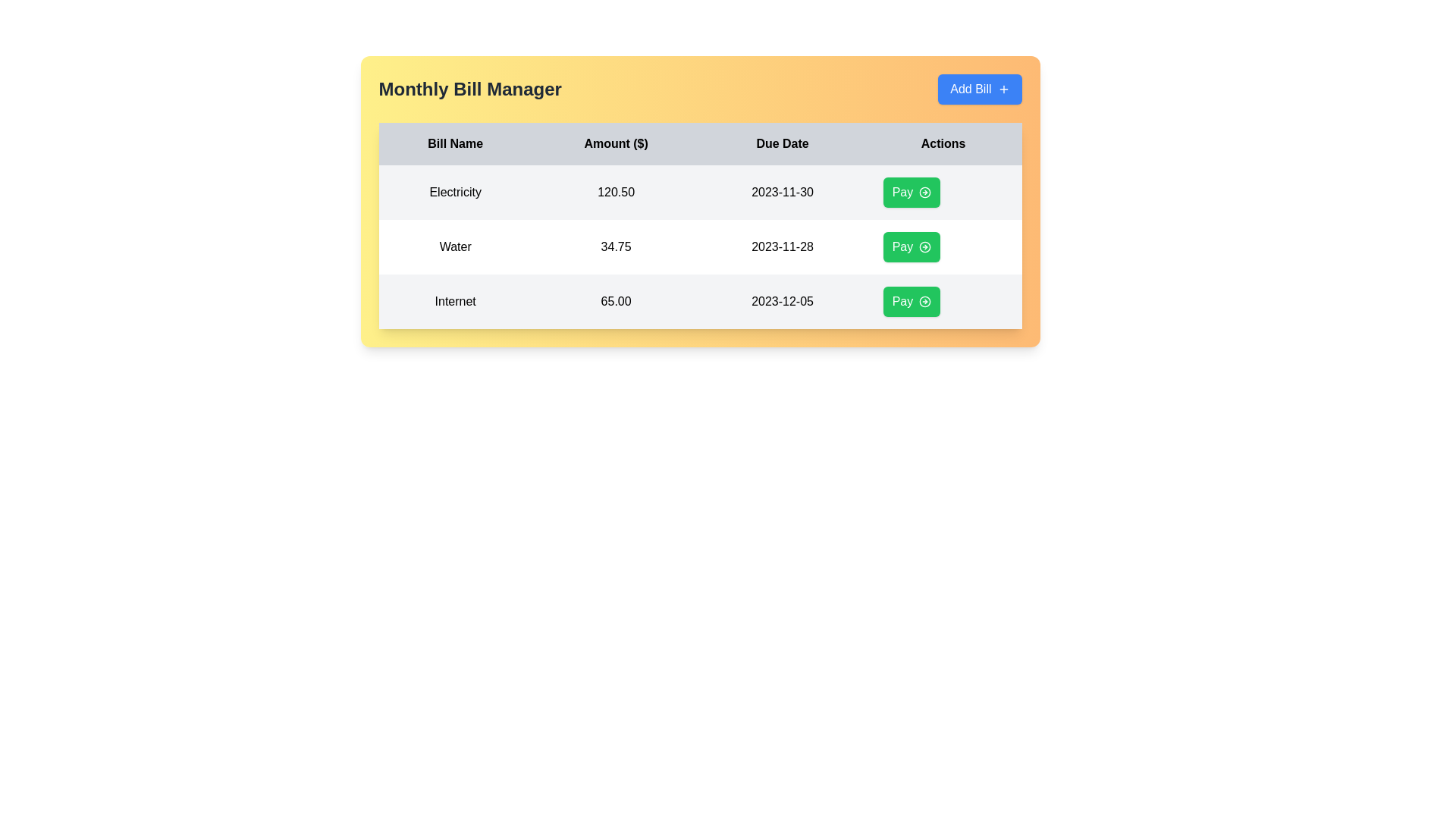  I want to click on the text display cell showing the monetary value '120.50' in the table under the column 'Amount ($)'. This cell is the second in the first data row, positioned between 'Electricity' and '2023-11-30', so click(616, 192).